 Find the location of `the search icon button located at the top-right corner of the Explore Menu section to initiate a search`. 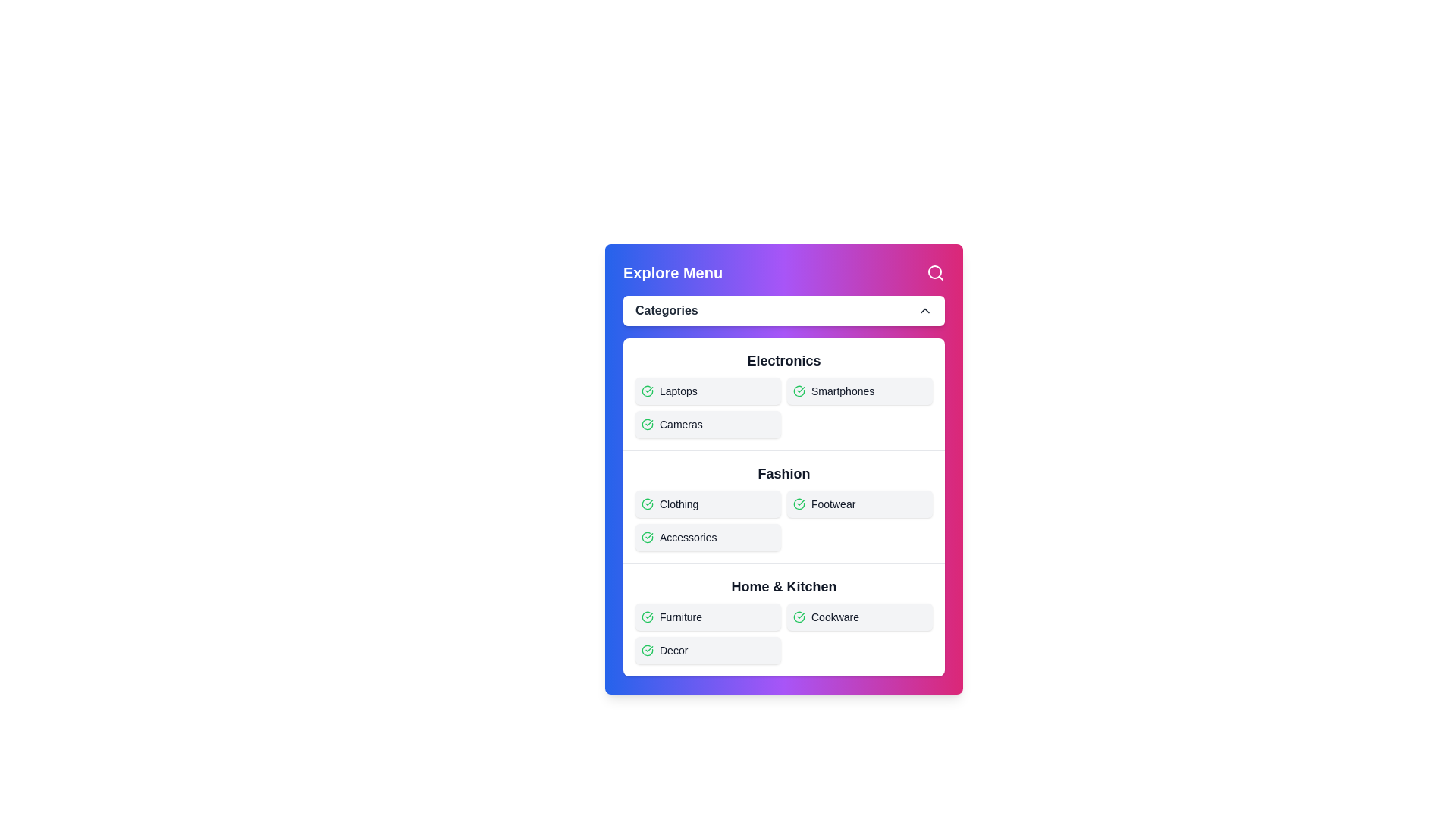

the search icon button located at the top-right corner of the Explore Menu section to initiate a search is located at coordinates (934, 271).